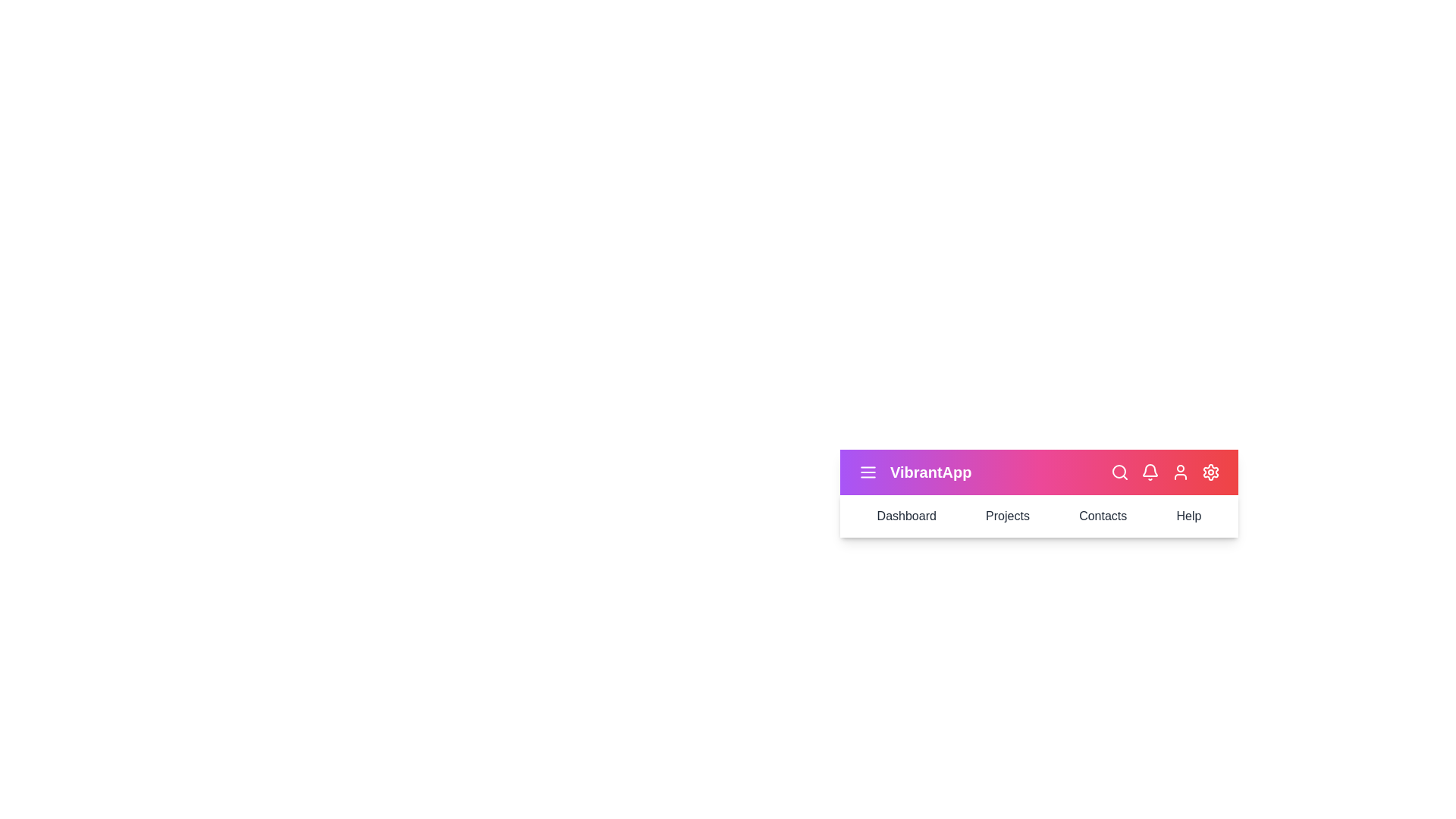  Describe the element at coordinates (1210, 472) in the screenshot. I see `the settings_icon to reveal its effect` at that location.